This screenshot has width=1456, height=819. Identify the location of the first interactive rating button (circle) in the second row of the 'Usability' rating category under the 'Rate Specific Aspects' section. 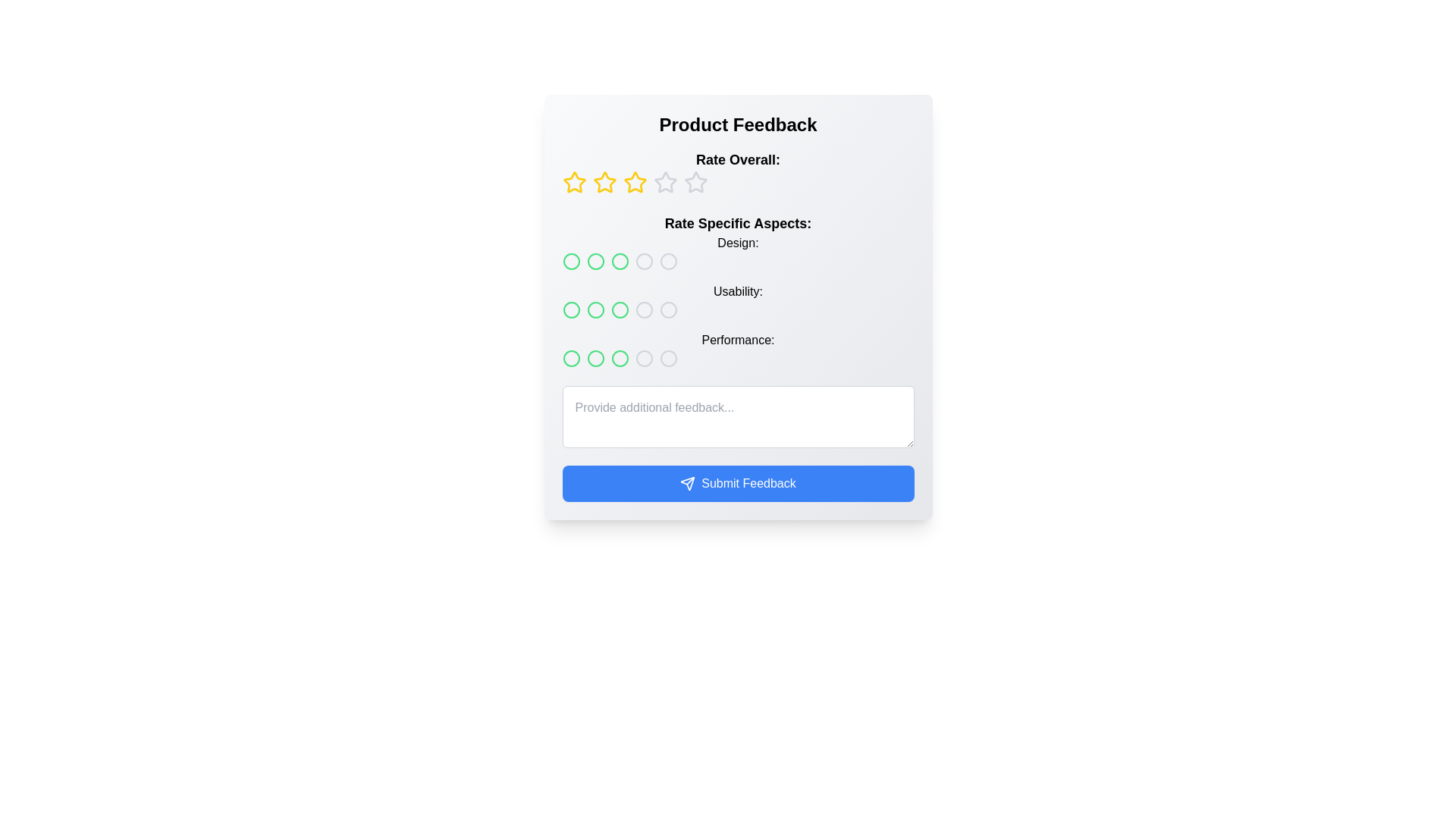
(570, 309).